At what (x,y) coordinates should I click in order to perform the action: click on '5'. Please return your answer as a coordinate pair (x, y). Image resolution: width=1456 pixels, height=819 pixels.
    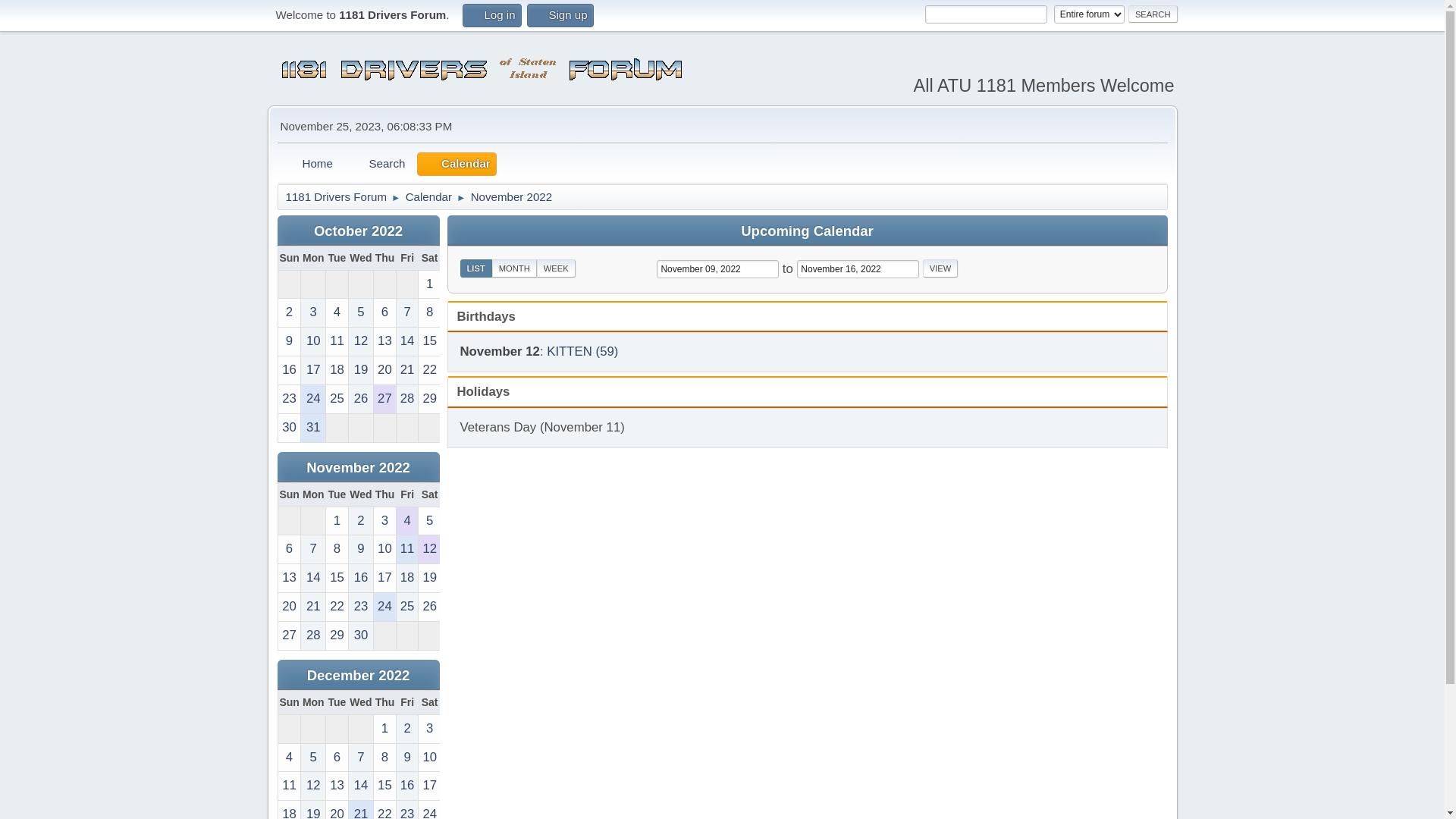
    Looking at the image, I should click on (312, 758).